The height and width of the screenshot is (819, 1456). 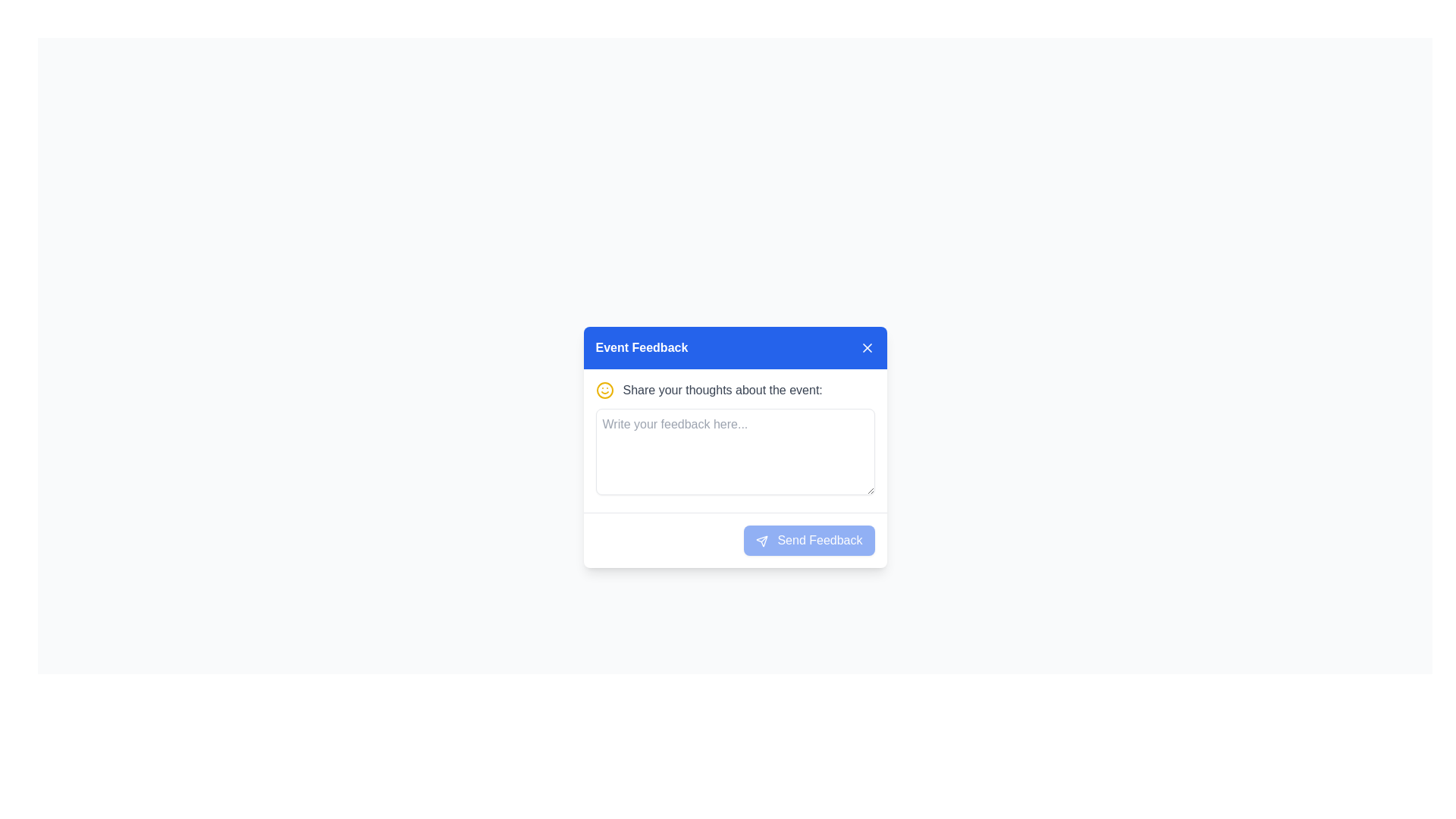 What do you see at coordinates (808, 540) in the screenshot?
I see `'Send Feedback' button to submit the feedback` at bounding box center [808, 540].